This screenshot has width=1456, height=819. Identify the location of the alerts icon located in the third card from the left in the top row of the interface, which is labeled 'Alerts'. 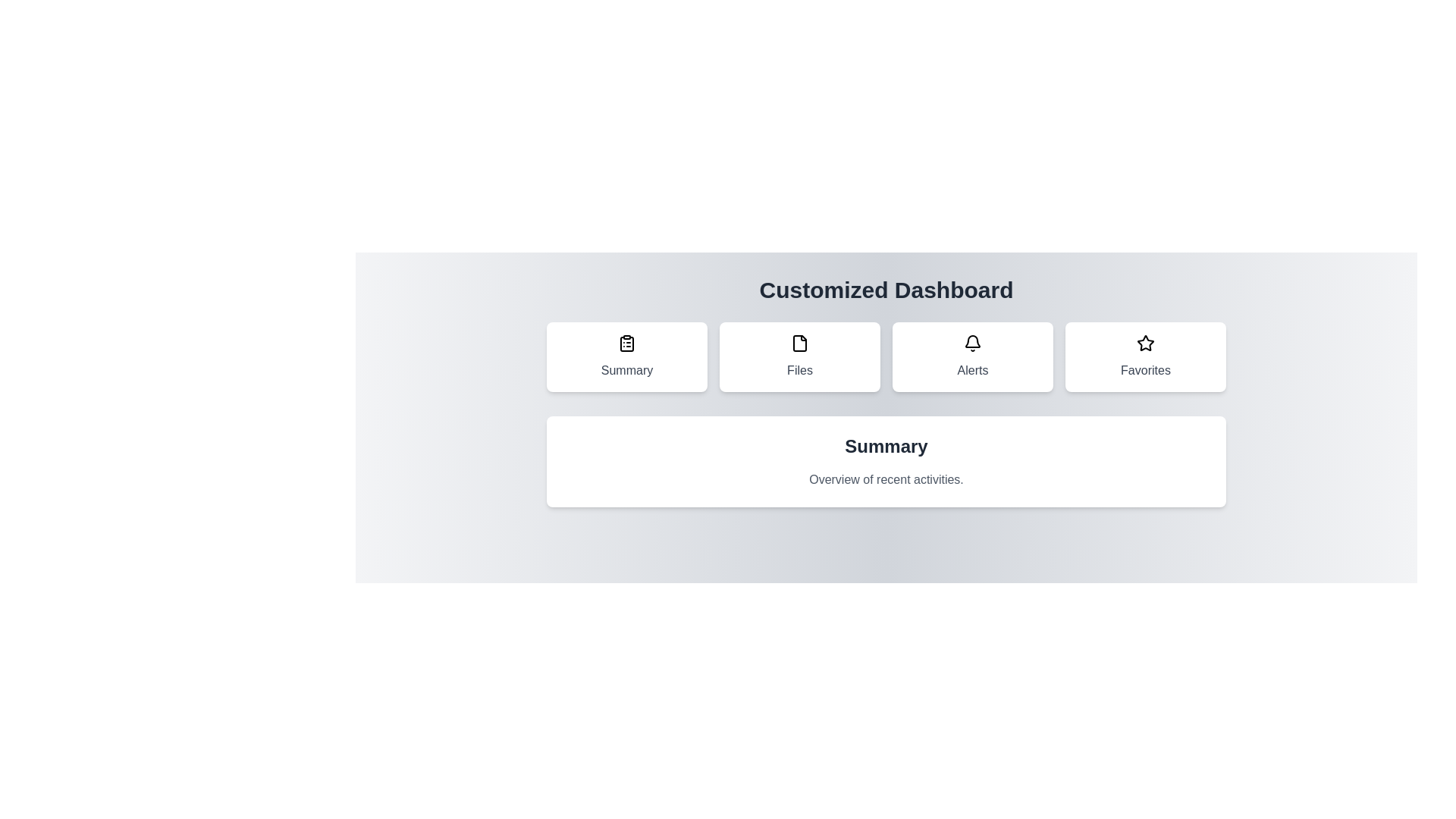
(972, 343).